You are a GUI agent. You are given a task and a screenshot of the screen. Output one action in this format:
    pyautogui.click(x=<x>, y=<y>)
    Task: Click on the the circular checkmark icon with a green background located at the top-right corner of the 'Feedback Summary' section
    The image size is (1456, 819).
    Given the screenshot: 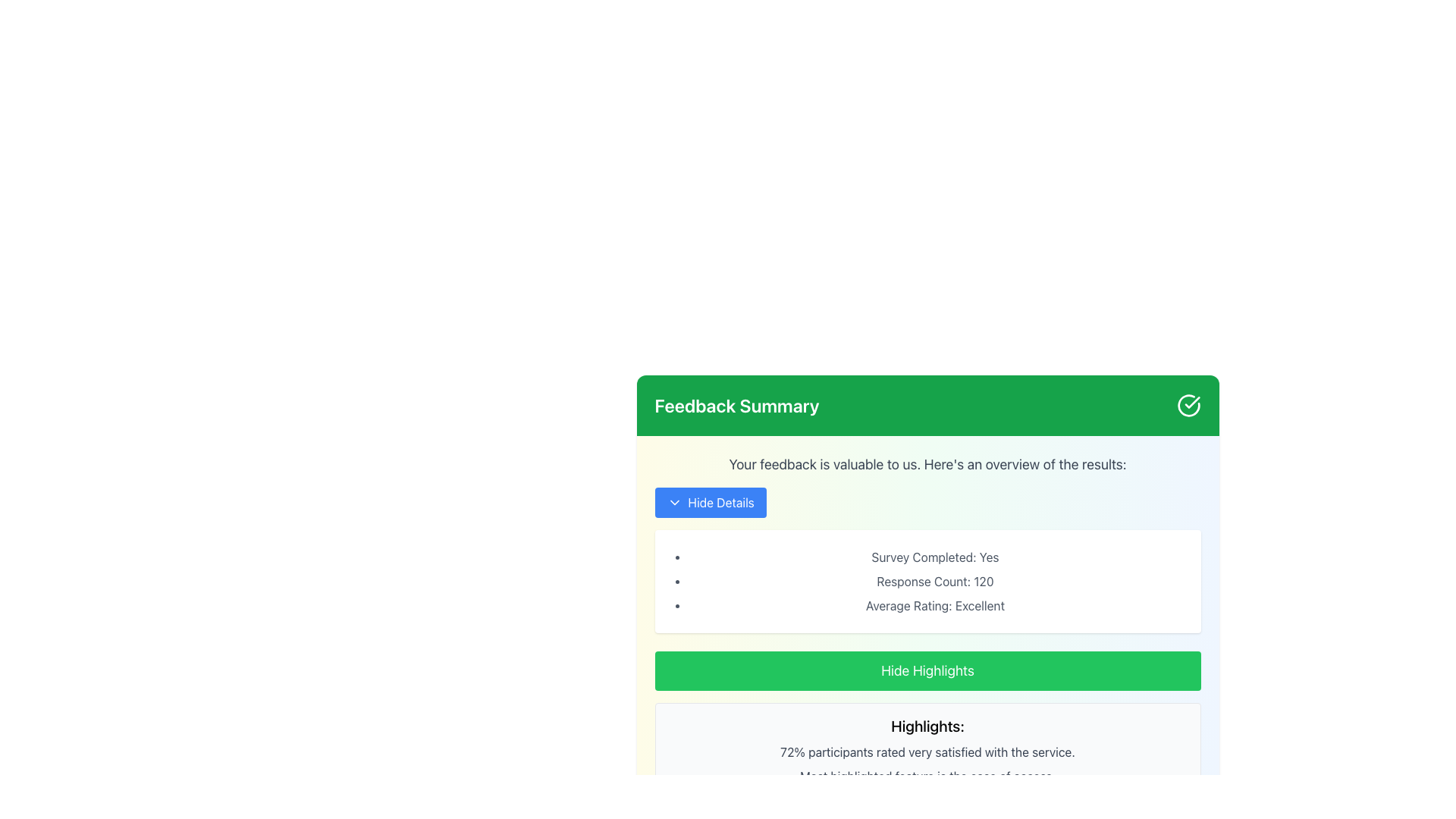 What is the action you would take?
    pyautogui.click(x=1188, y=405)
    